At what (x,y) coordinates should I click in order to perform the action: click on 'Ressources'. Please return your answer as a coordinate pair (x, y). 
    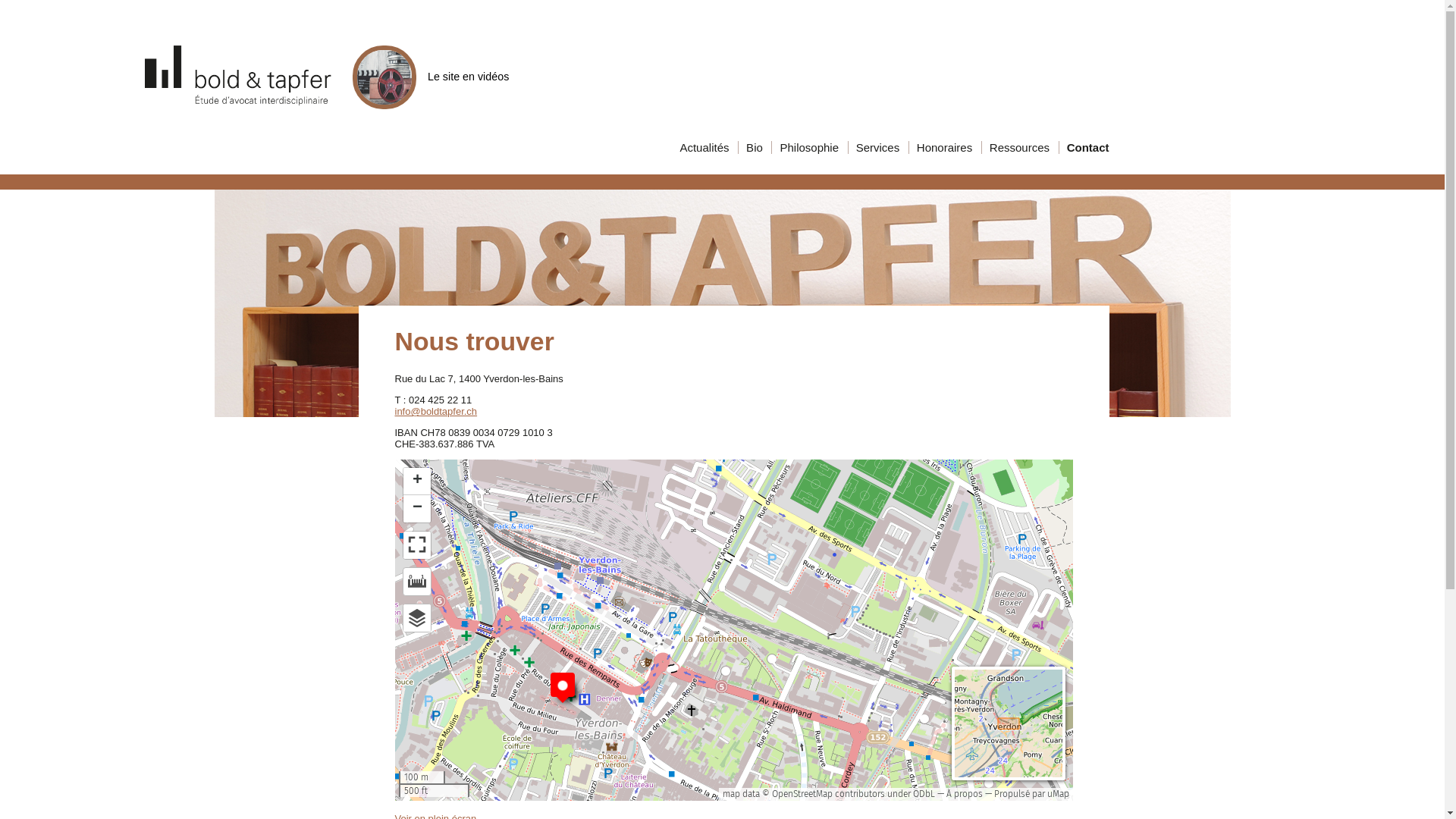
    Looking at the image, I should click on (1018, 147).